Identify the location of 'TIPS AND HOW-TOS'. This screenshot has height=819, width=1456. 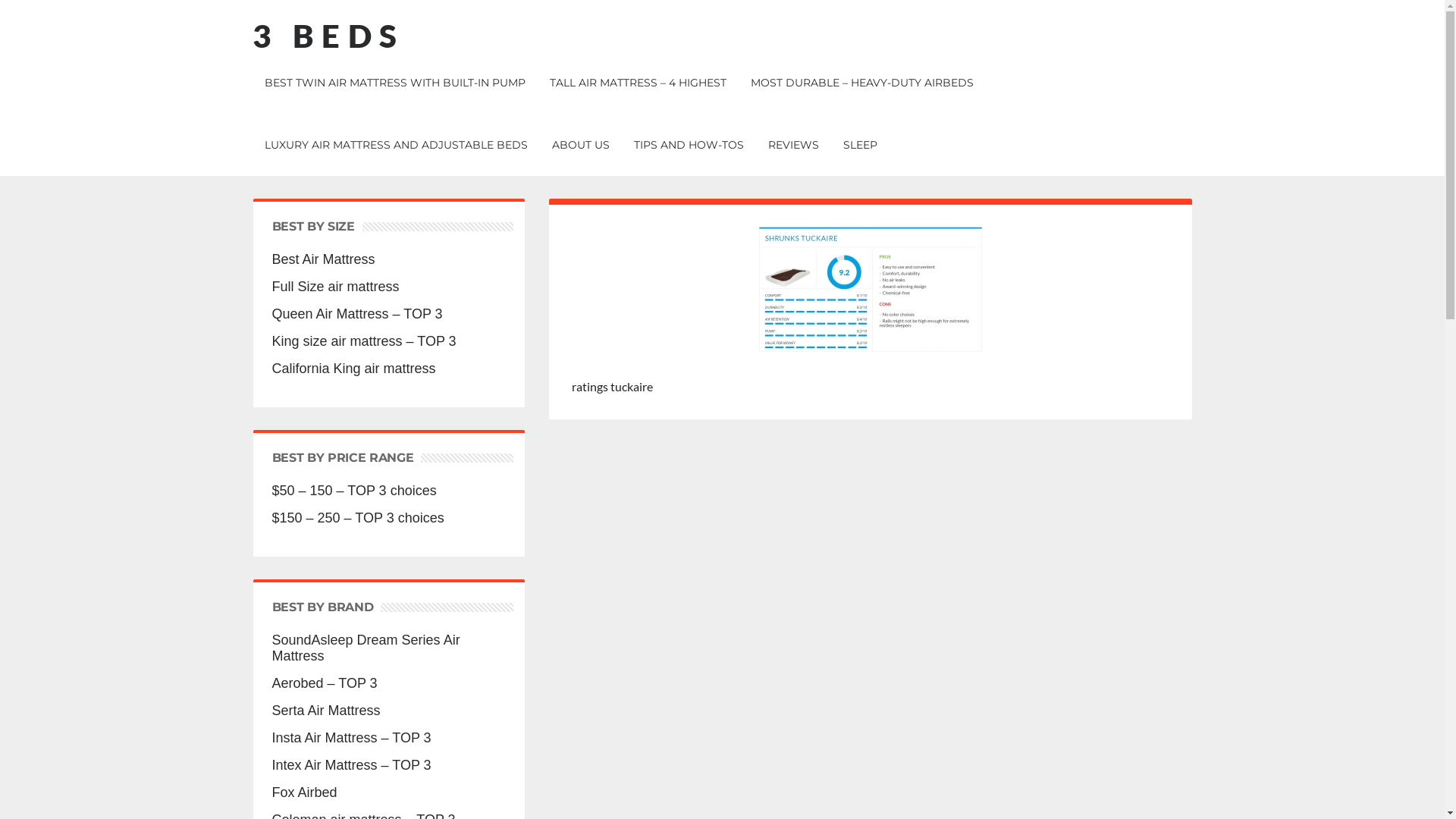
(688, 145).